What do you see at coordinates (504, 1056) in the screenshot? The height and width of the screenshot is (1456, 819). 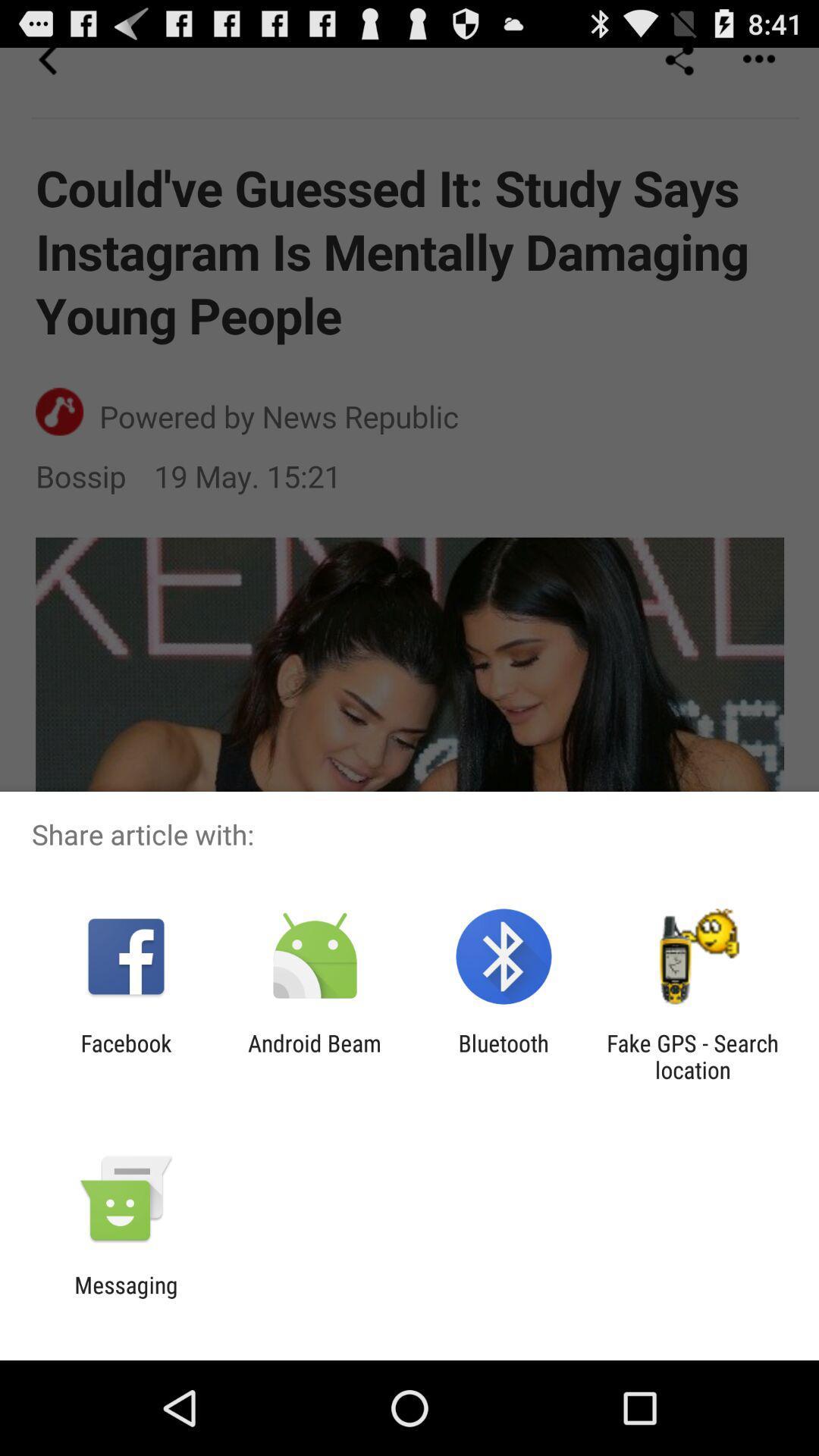 I see `bluetooth app` at bounding box center [504, 1056].